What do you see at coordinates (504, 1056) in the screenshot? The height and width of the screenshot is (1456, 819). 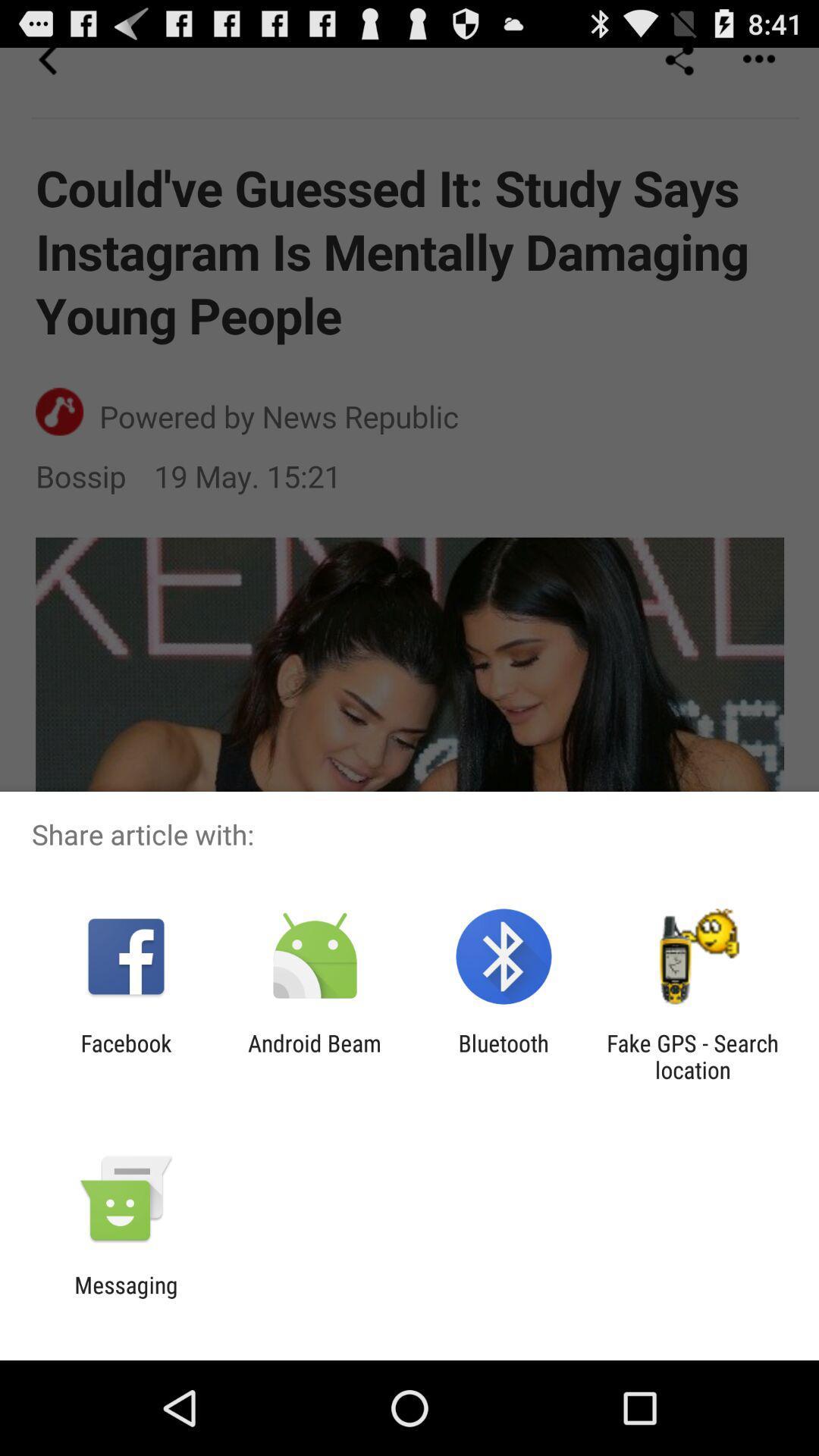 I see `bluetooth app` at bounding box center [504, 1056].